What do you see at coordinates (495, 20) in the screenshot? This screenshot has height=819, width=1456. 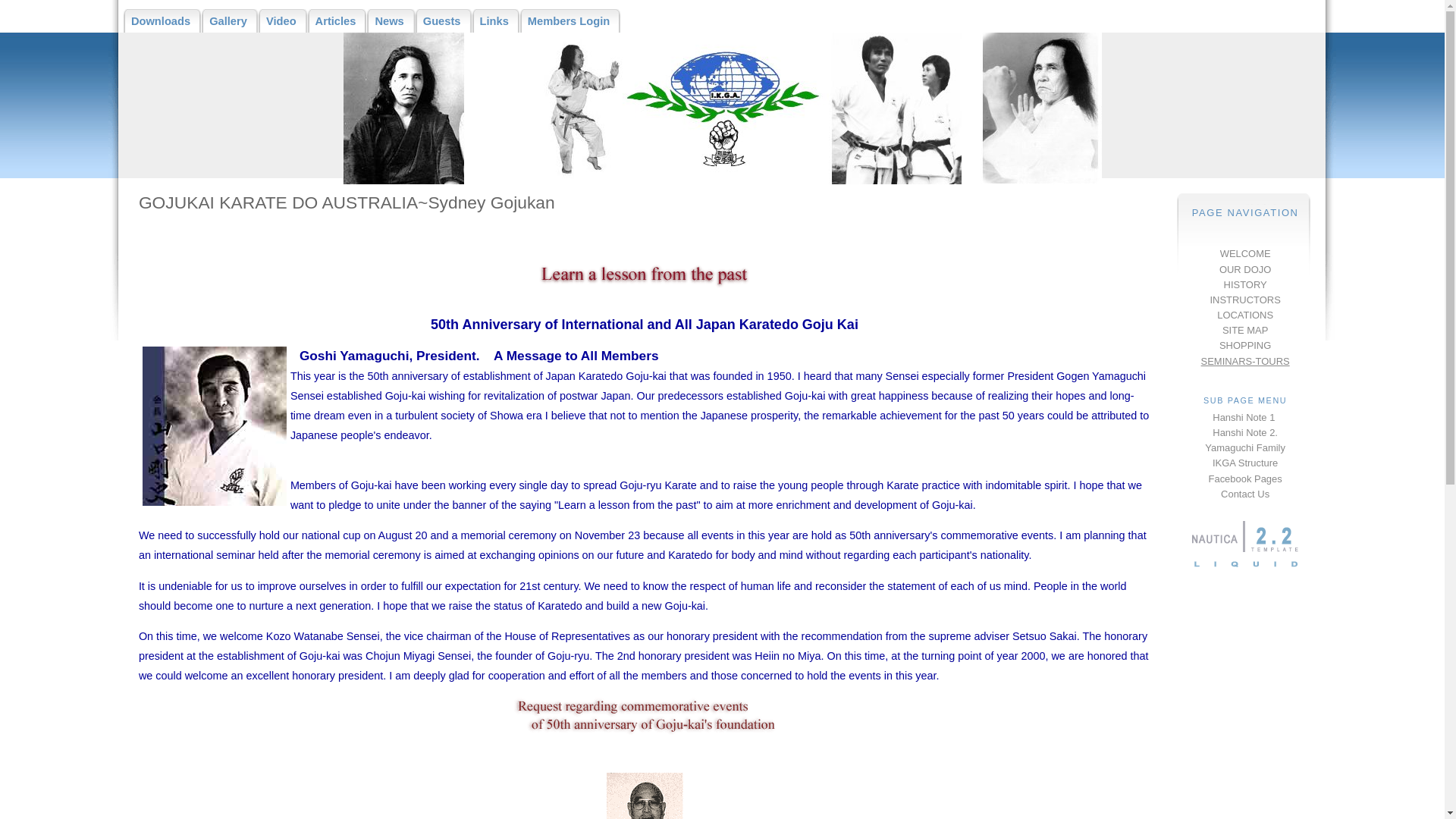 I see `'Links'` at bounding box center [495, 20].